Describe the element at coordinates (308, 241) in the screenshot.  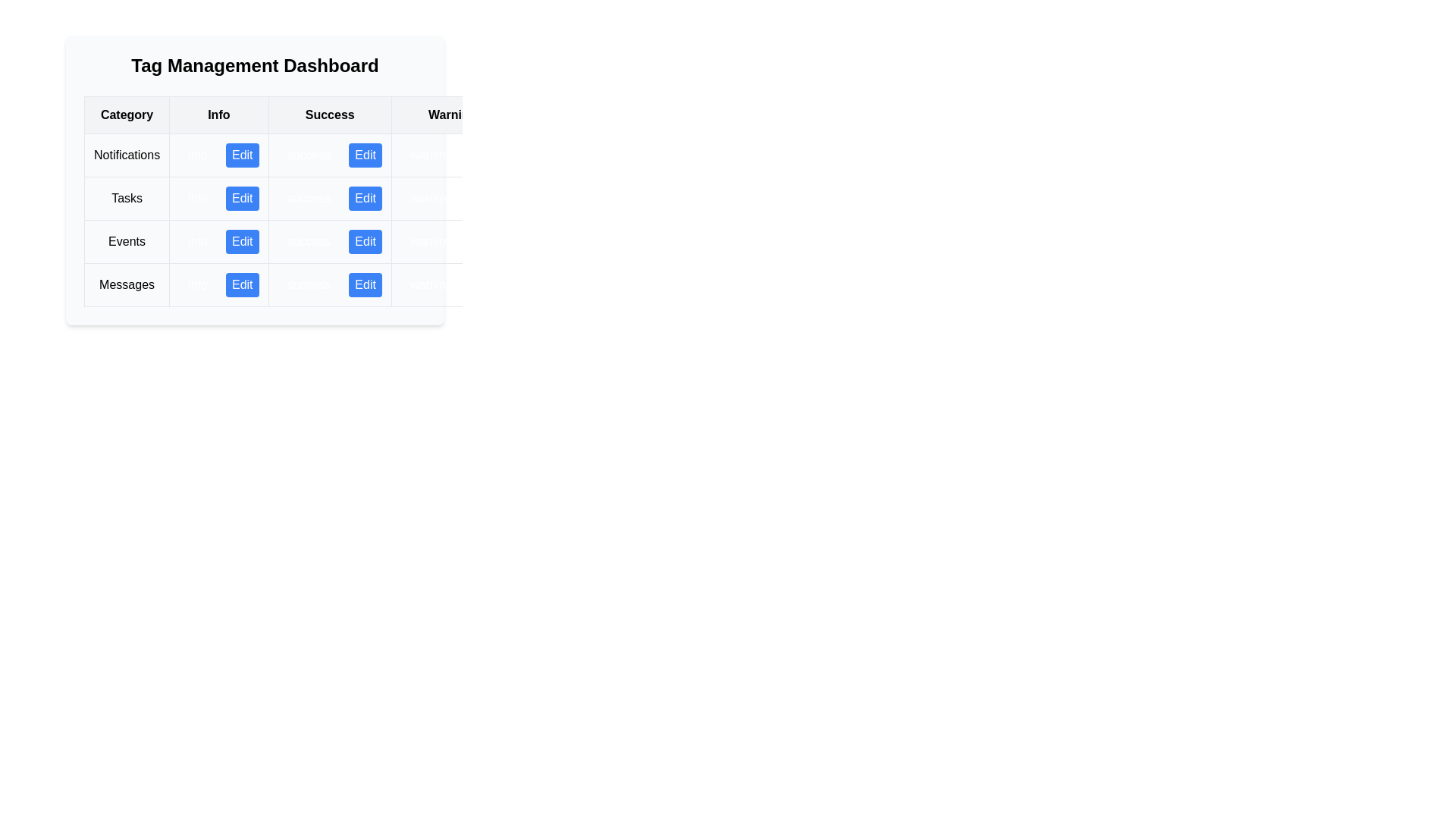
I see `the content of the rounded rectangular badge labeled 'success' with a green background and white text, located in the middle of the 'Success' column in the 'Events' row of the table` at that location.